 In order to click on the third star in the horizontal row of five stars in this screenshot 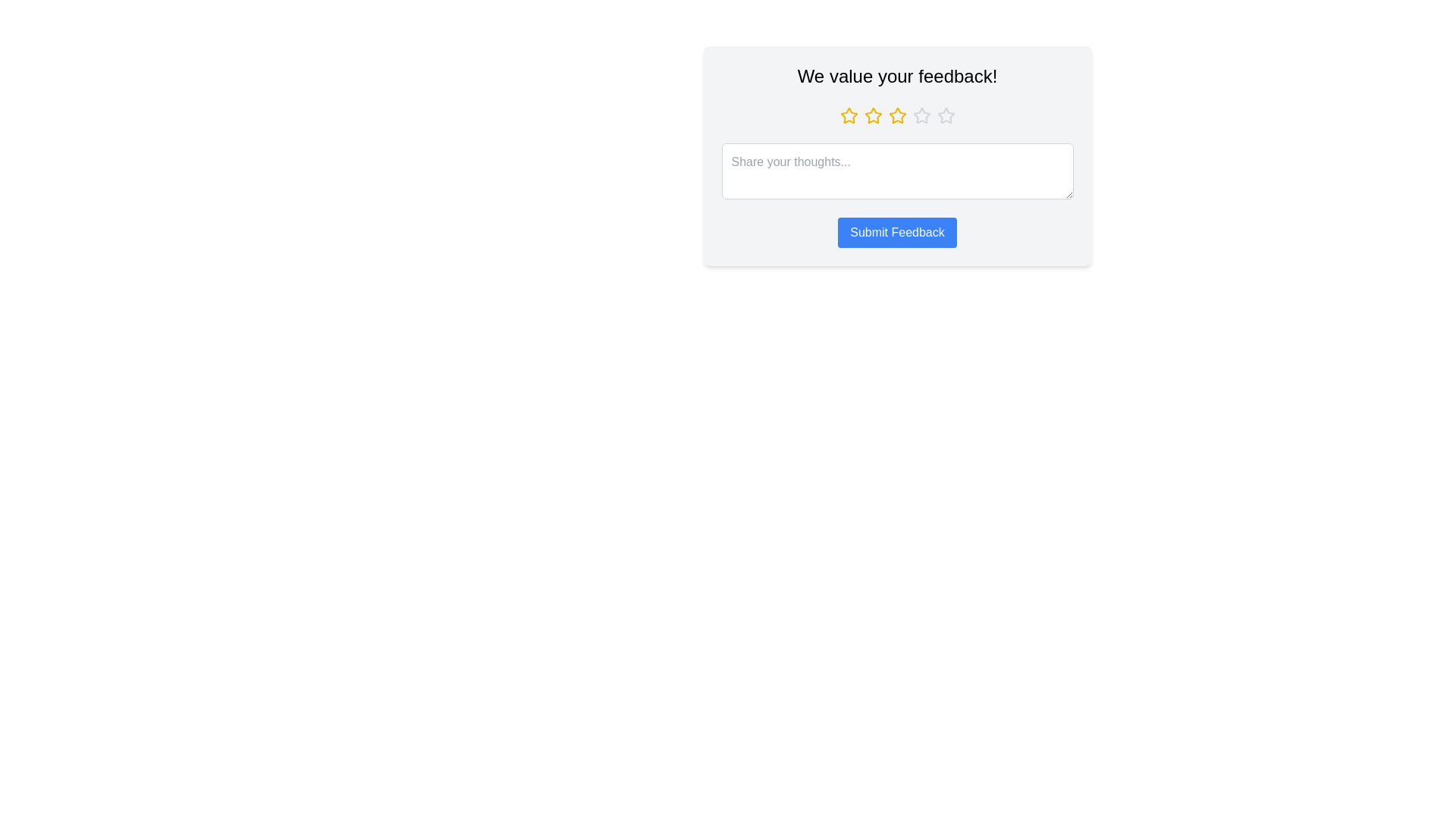, I will do `click(873, 115)`.